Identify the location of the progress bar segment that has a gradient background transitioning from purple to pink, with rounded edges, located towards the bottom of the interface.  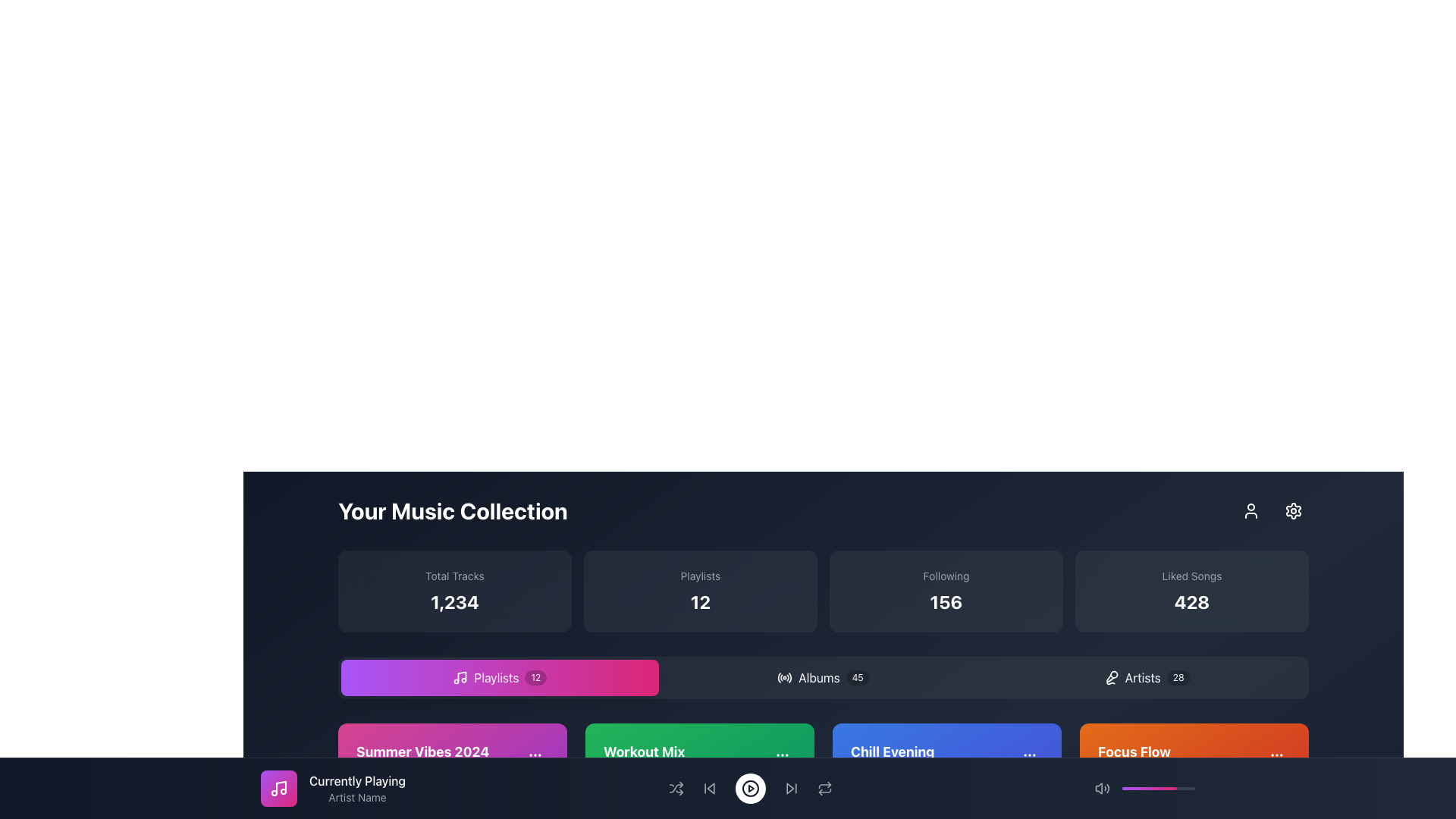
(1150, 788).